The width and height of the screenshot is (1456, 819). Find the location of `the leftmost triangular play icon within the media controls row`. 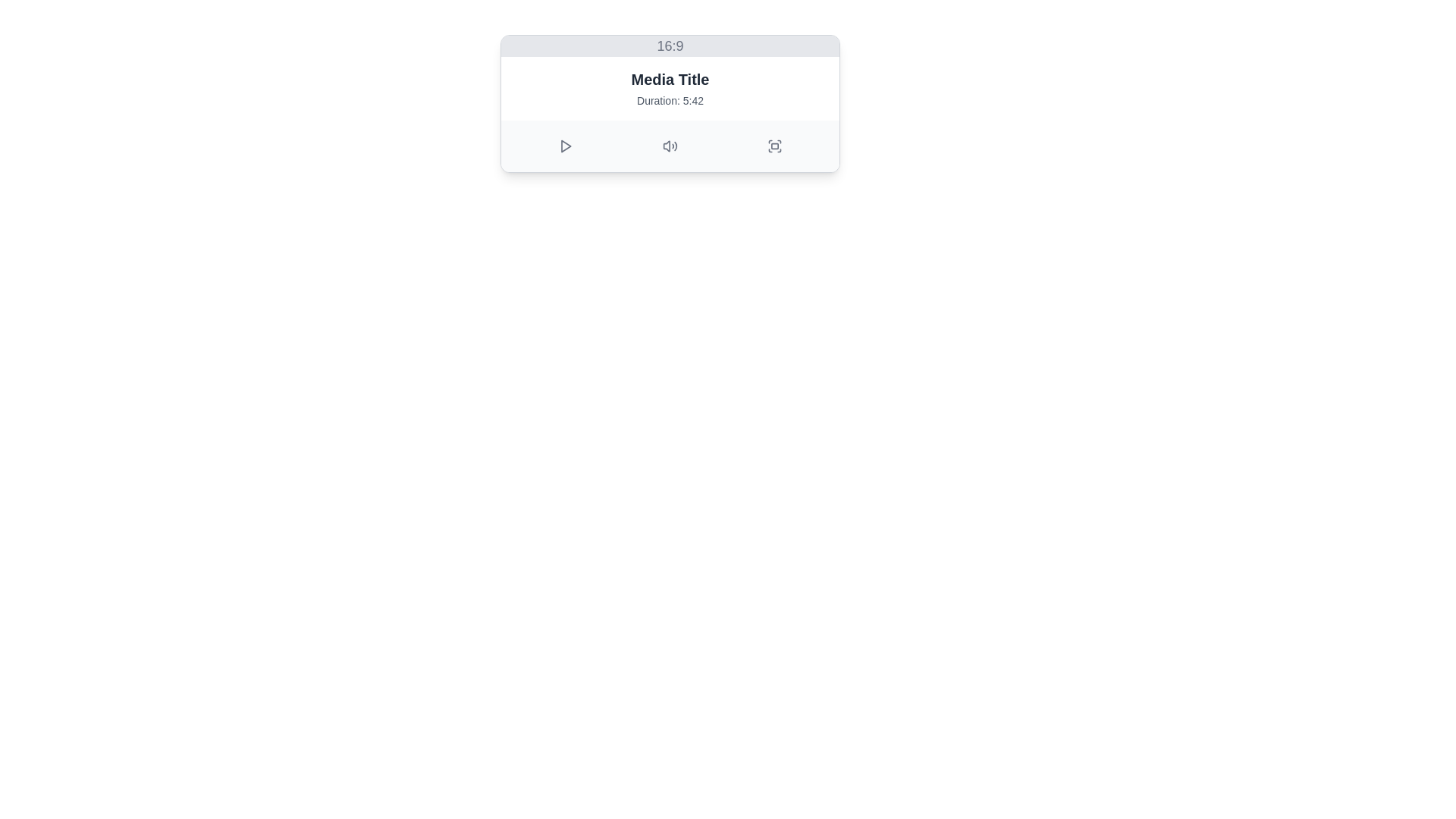

the leftmost triangular play icon within the media controls row is located at coordinates (565, 146).